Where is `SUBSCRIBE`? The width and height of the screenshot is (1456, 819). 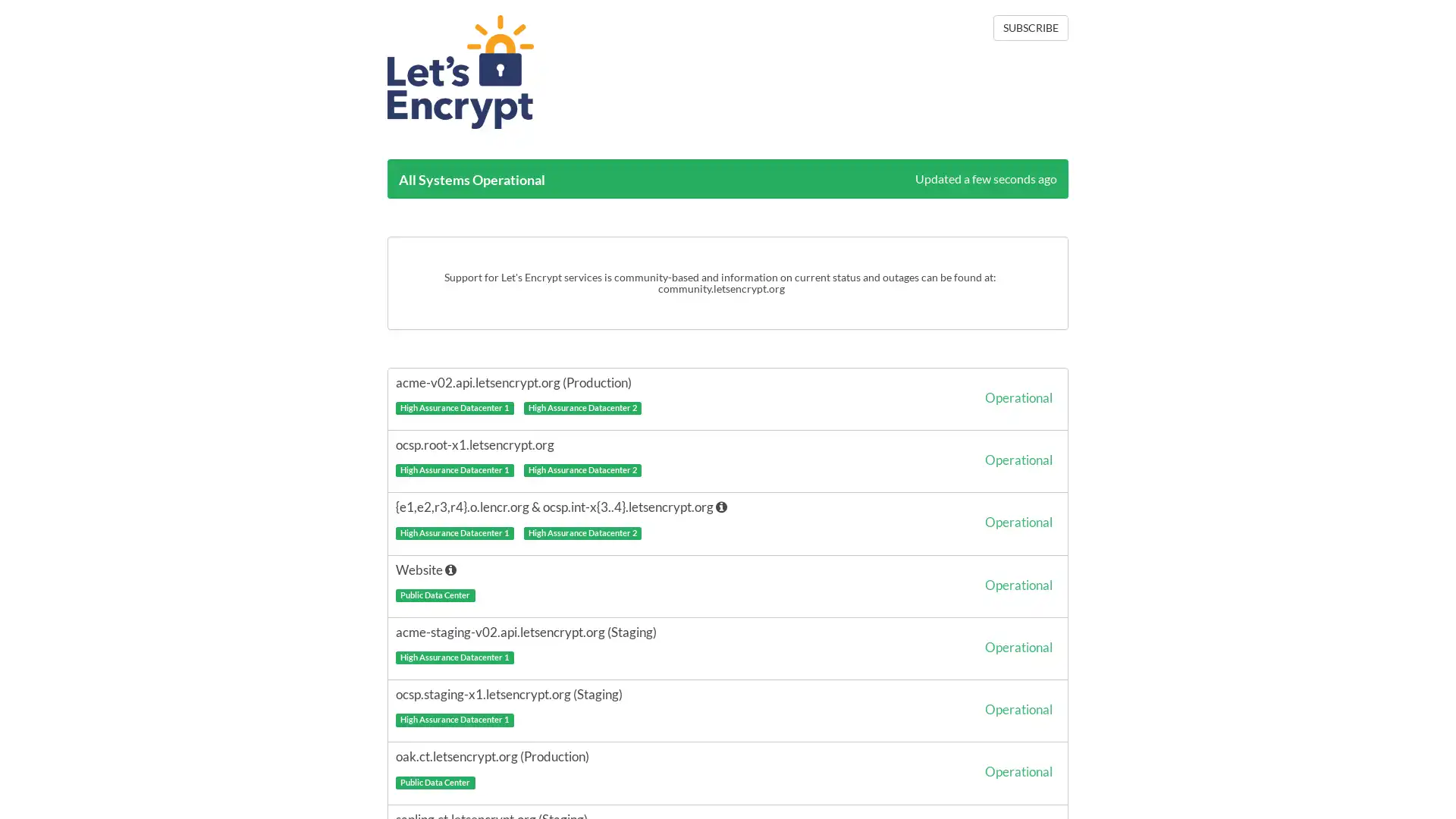
SUBSCRIBE is located at coordinates (1030, 28).